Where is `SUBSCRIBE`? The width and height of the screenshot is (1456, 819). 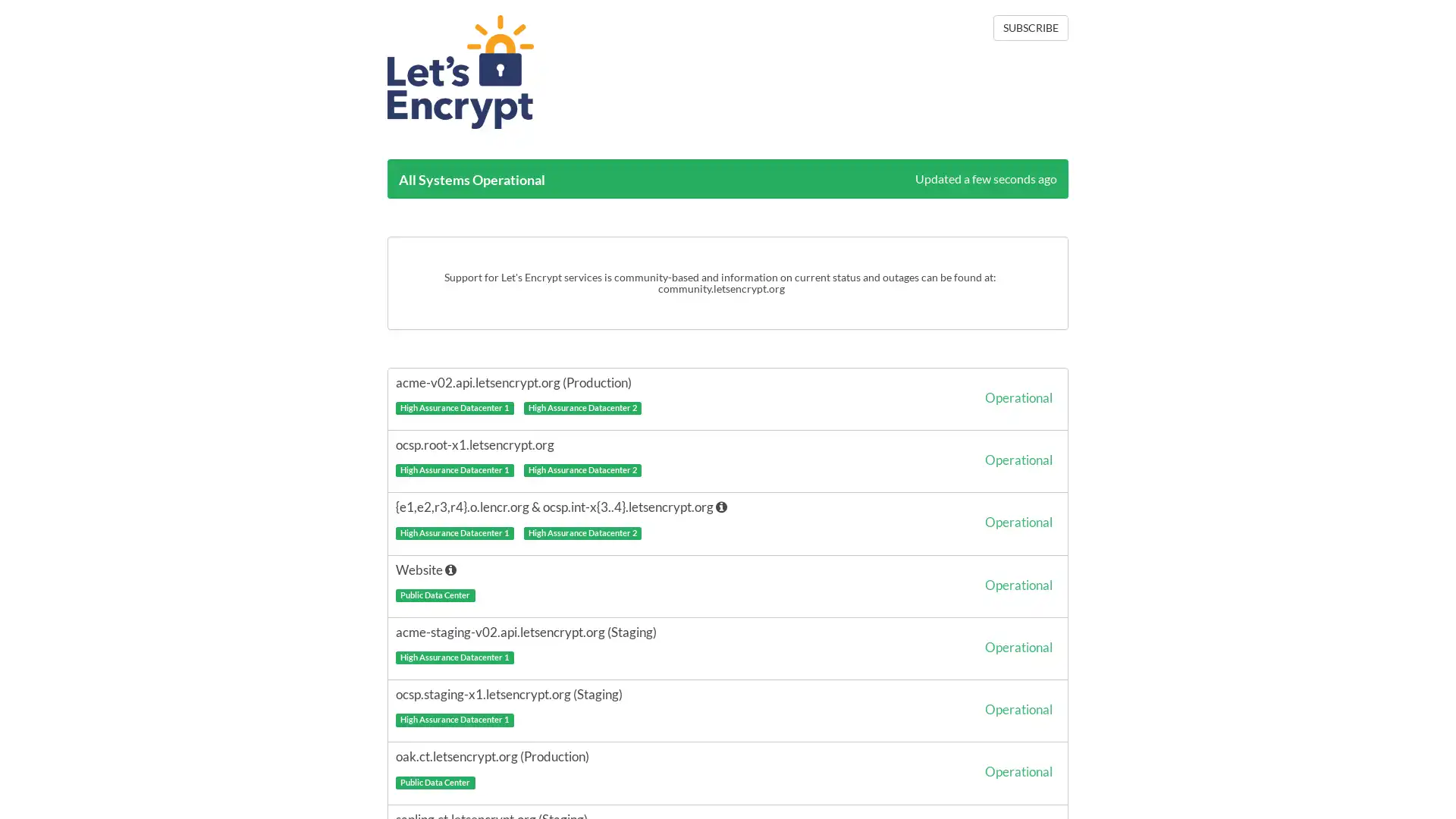
SUBSCRIBE is located at coordinates (1030, 28).